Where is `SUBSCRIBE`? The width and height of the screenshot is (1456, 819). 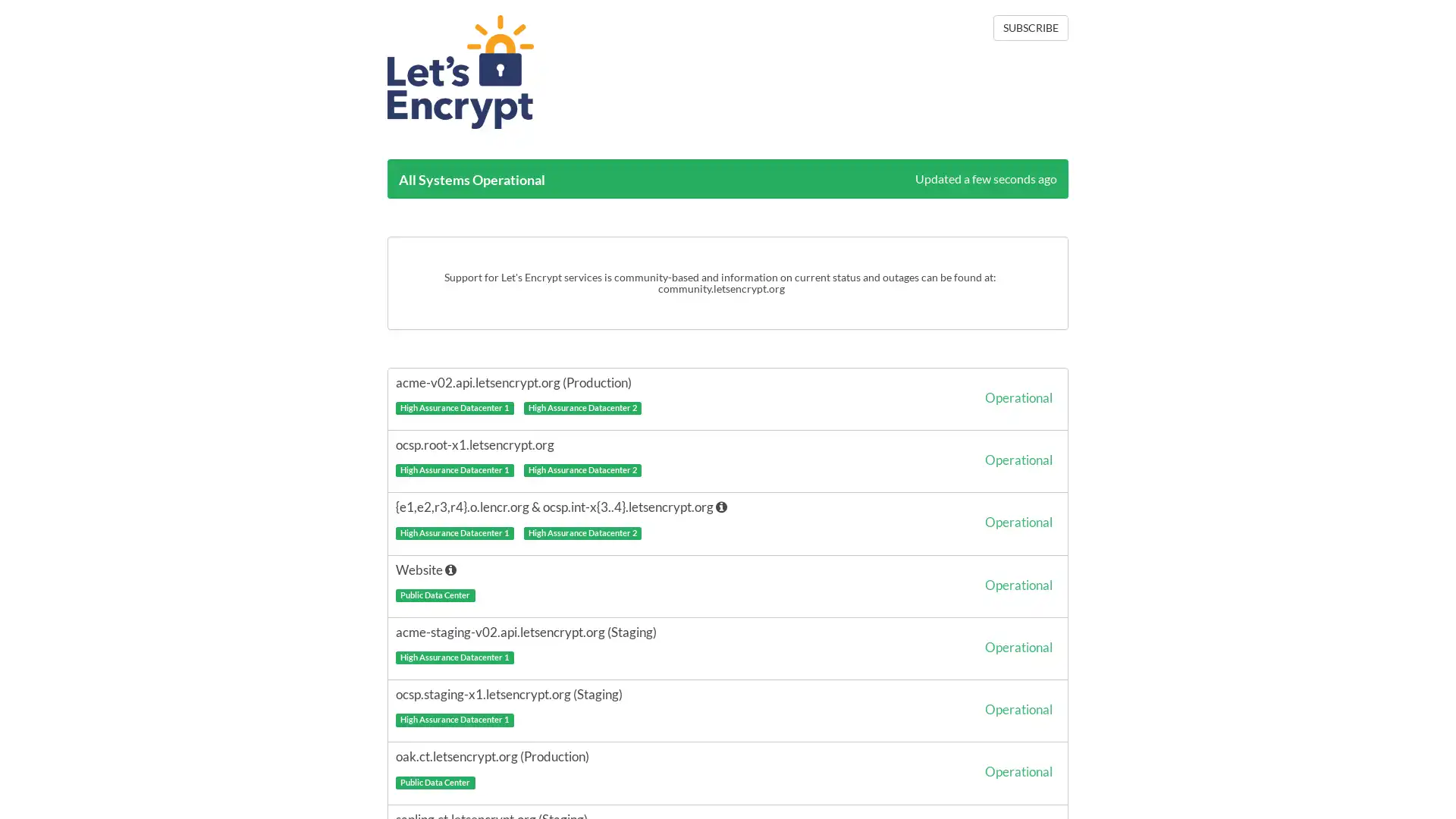
SUBSCRIBE is located at coordinates (1030, 28).